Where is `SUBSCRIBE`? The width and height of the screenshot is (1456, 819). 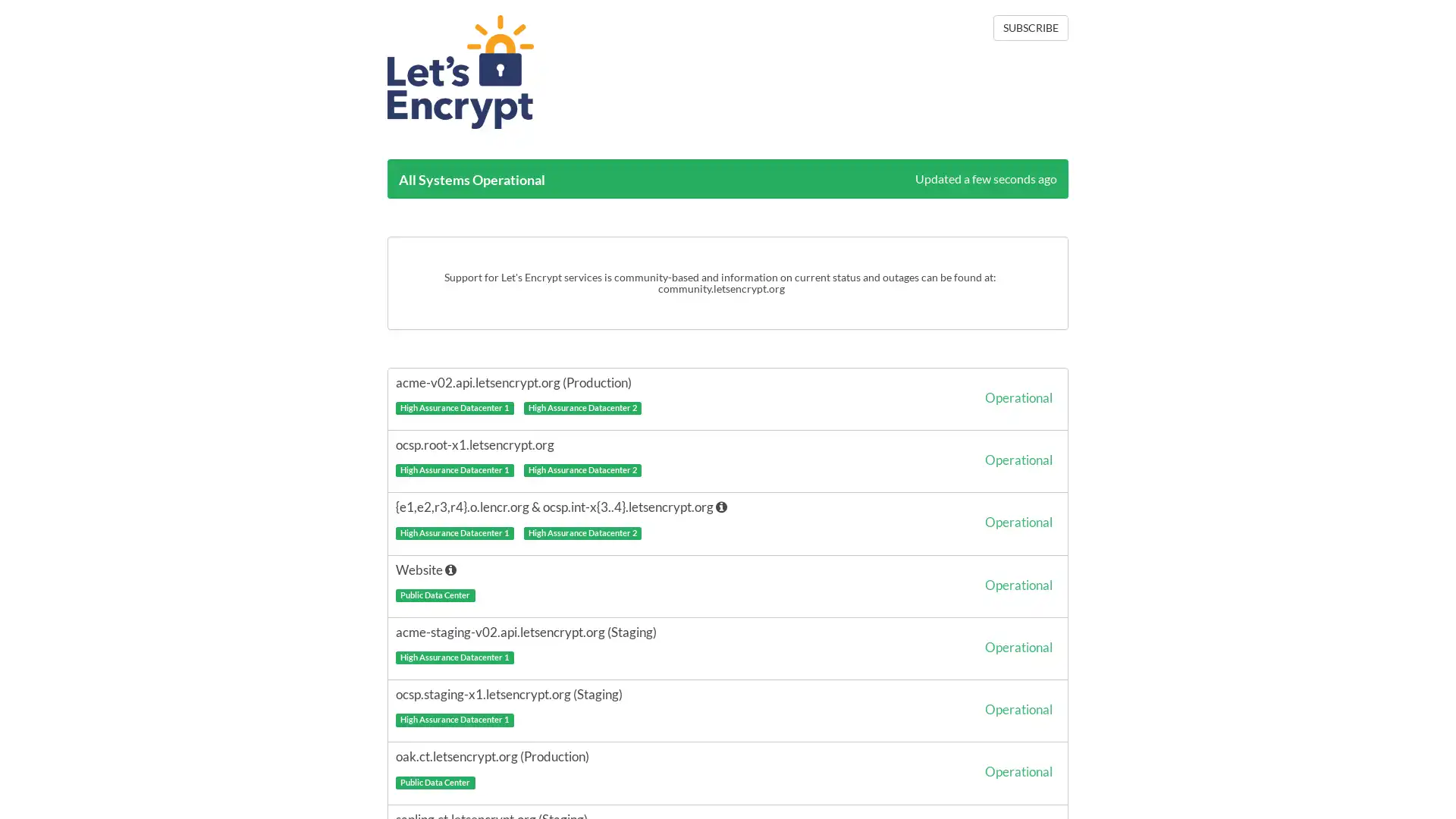
SUBSCRIBE is located at coordinates (1030, 28).